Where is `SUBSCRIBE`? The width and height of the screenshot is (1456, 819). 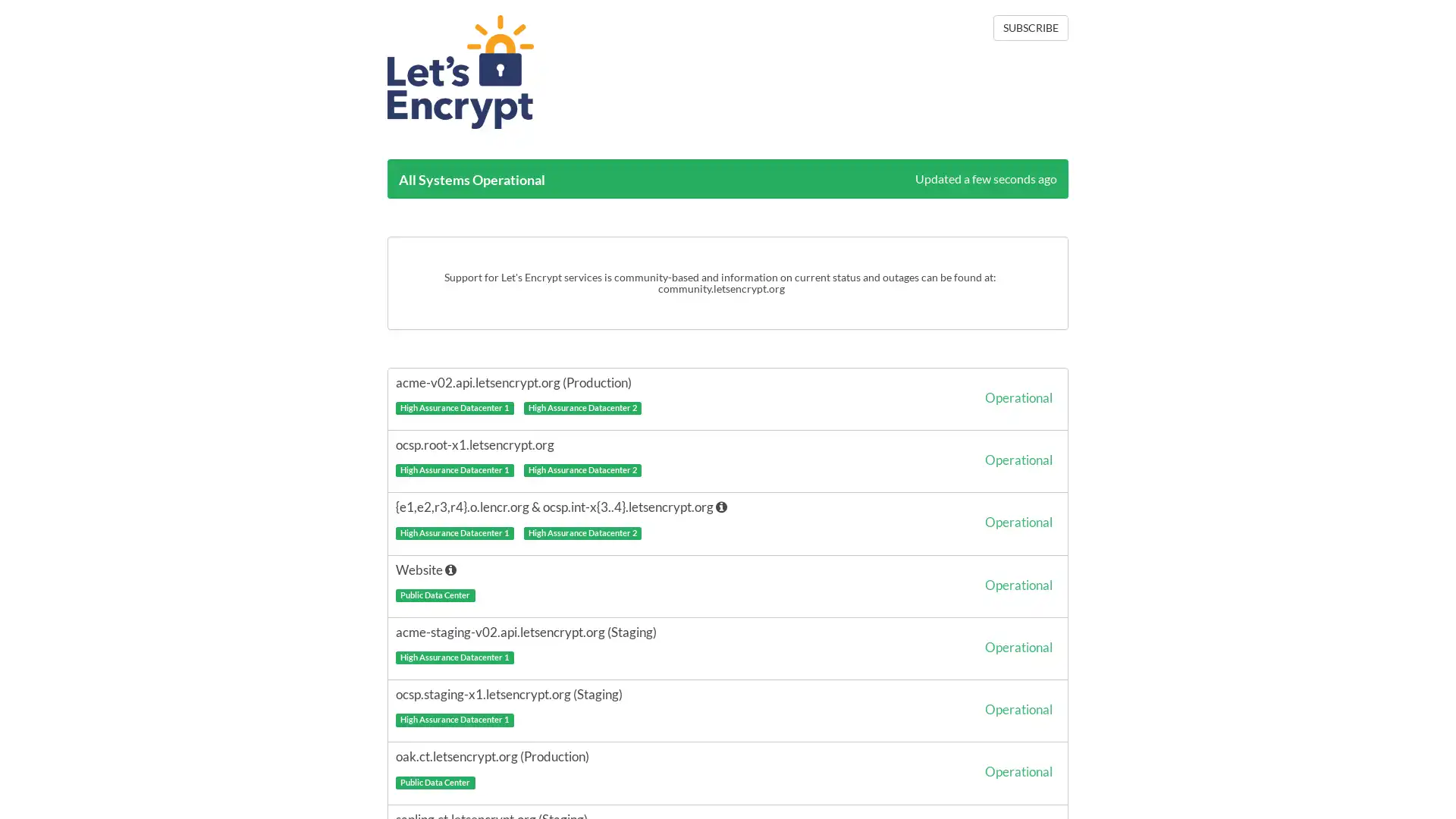
SUBSCRIBE is located at coordinates (1030, 28).